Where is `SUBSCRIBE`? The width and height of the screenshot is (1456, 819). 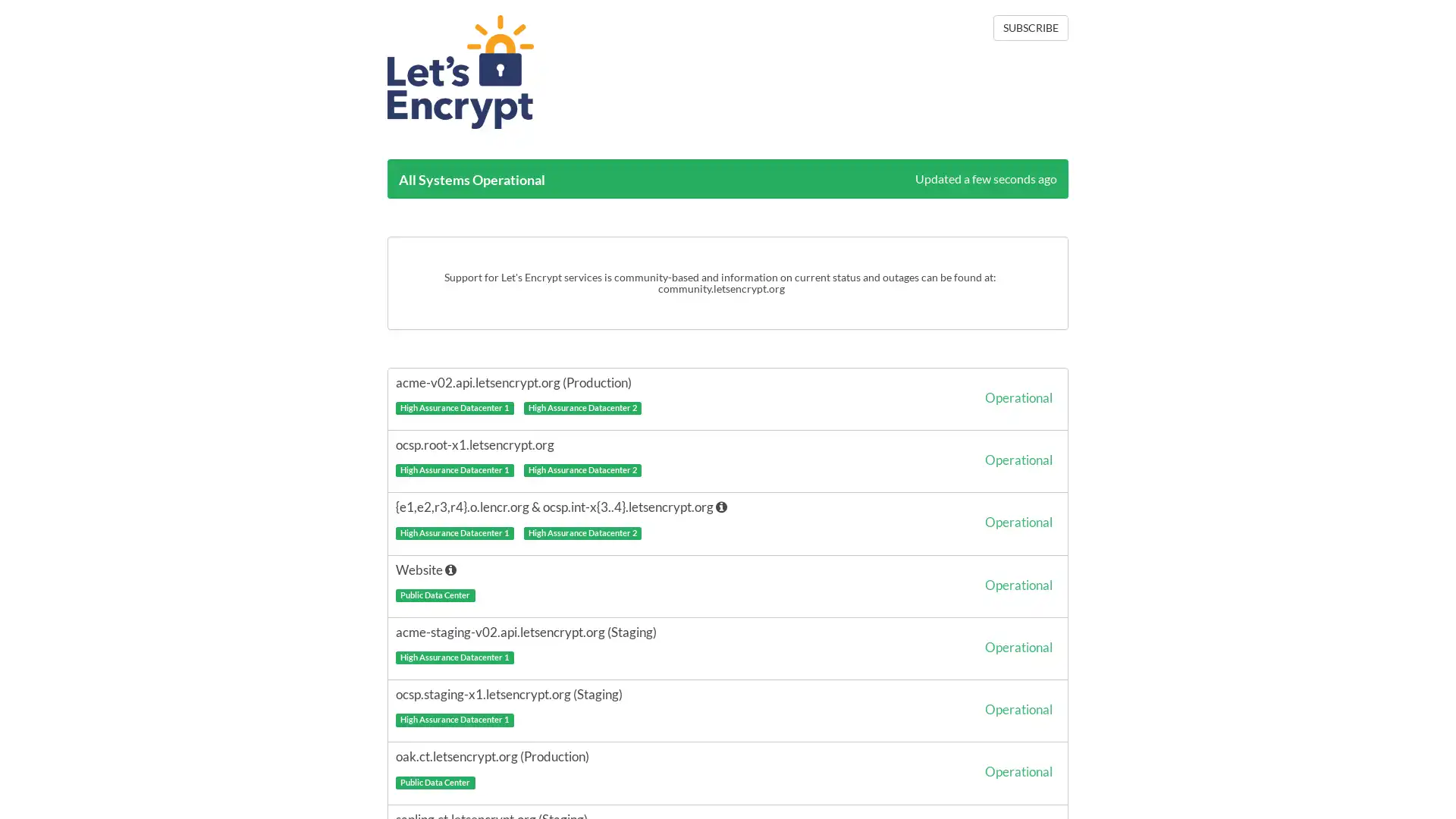
SUBSCRIBE is located at coordinates (1030, 28).